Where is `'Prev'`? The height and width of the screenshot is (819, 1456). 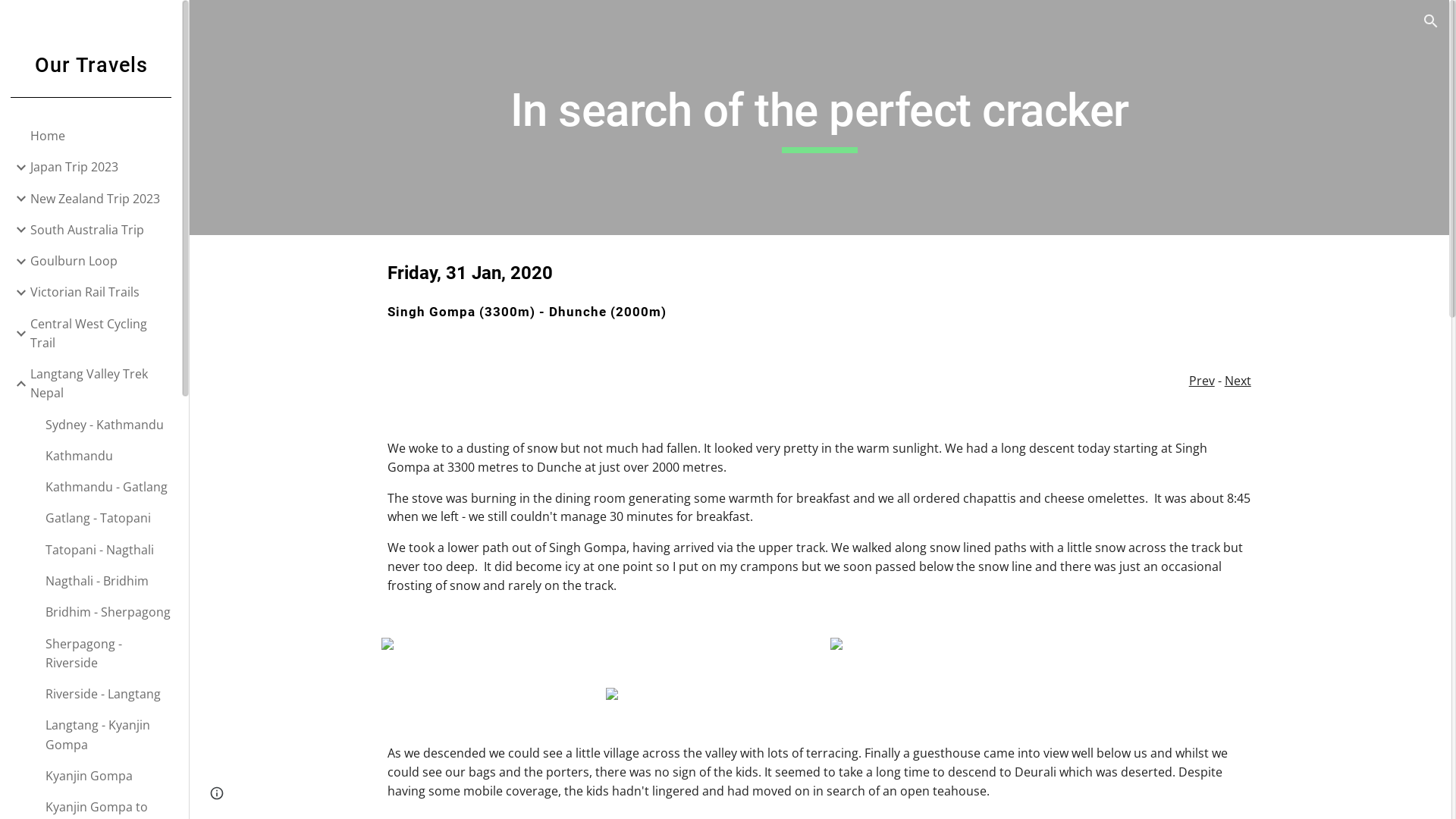 'Prev' is located at coordinates (1188, 379).